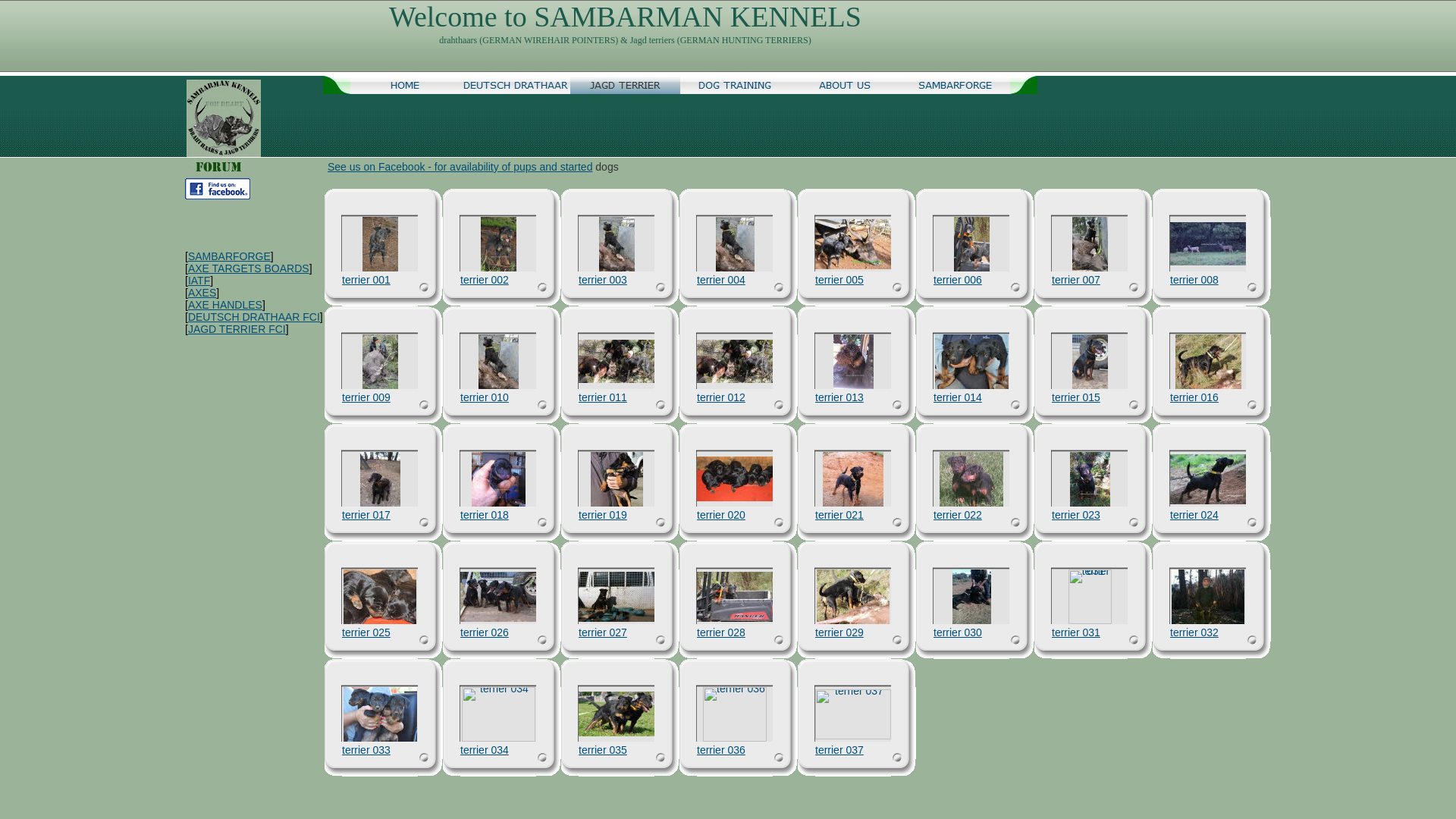 The image size is (1456, 819). Describe the element at coordinates (814, 397) in the screenshot. I see `'terrier 013'` at that location.